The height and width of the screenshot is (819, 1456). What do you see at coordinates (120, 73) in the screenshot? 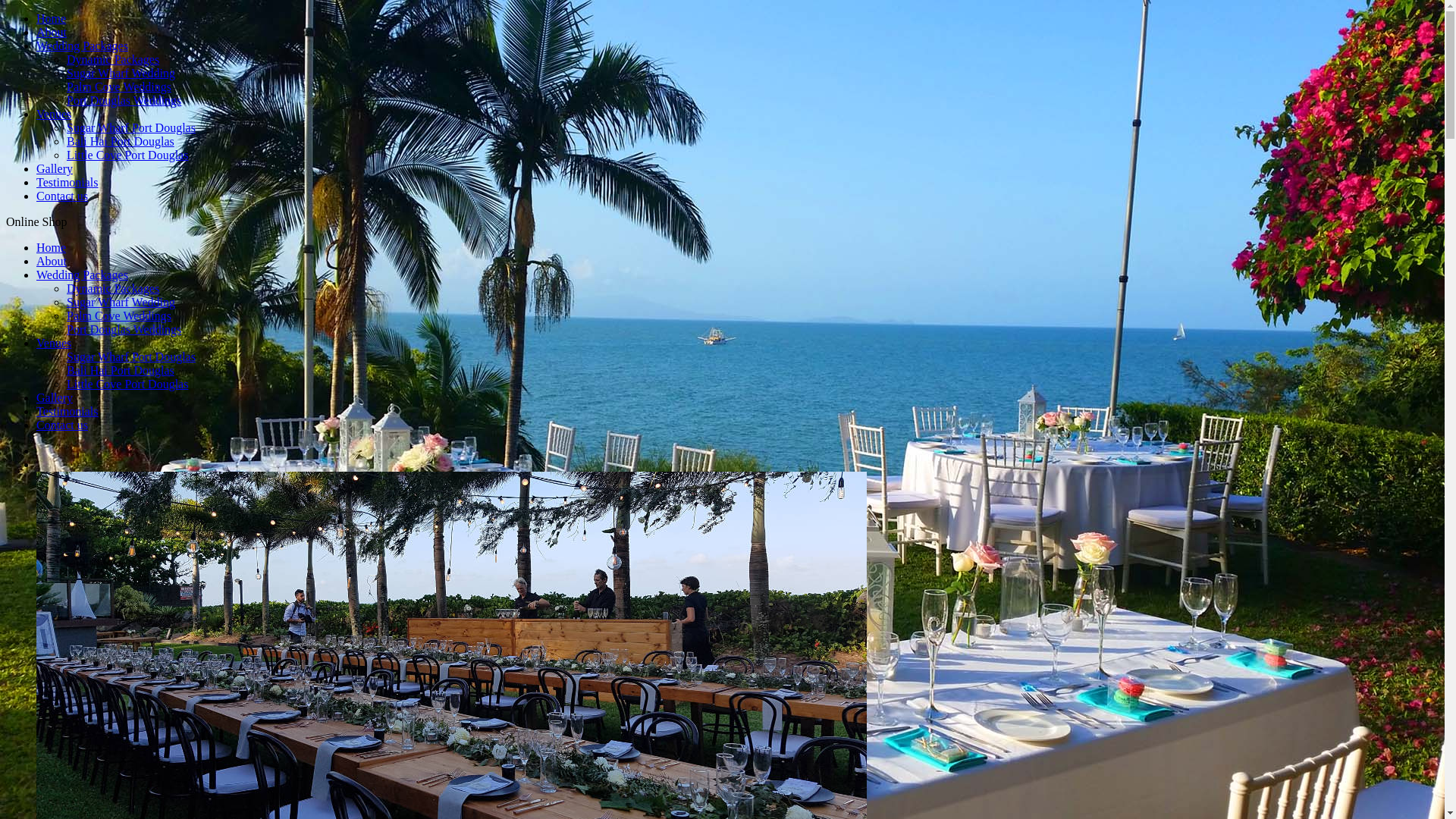
I see `'Sugar Wharf Wedding'` at bounding box center [120, 73].